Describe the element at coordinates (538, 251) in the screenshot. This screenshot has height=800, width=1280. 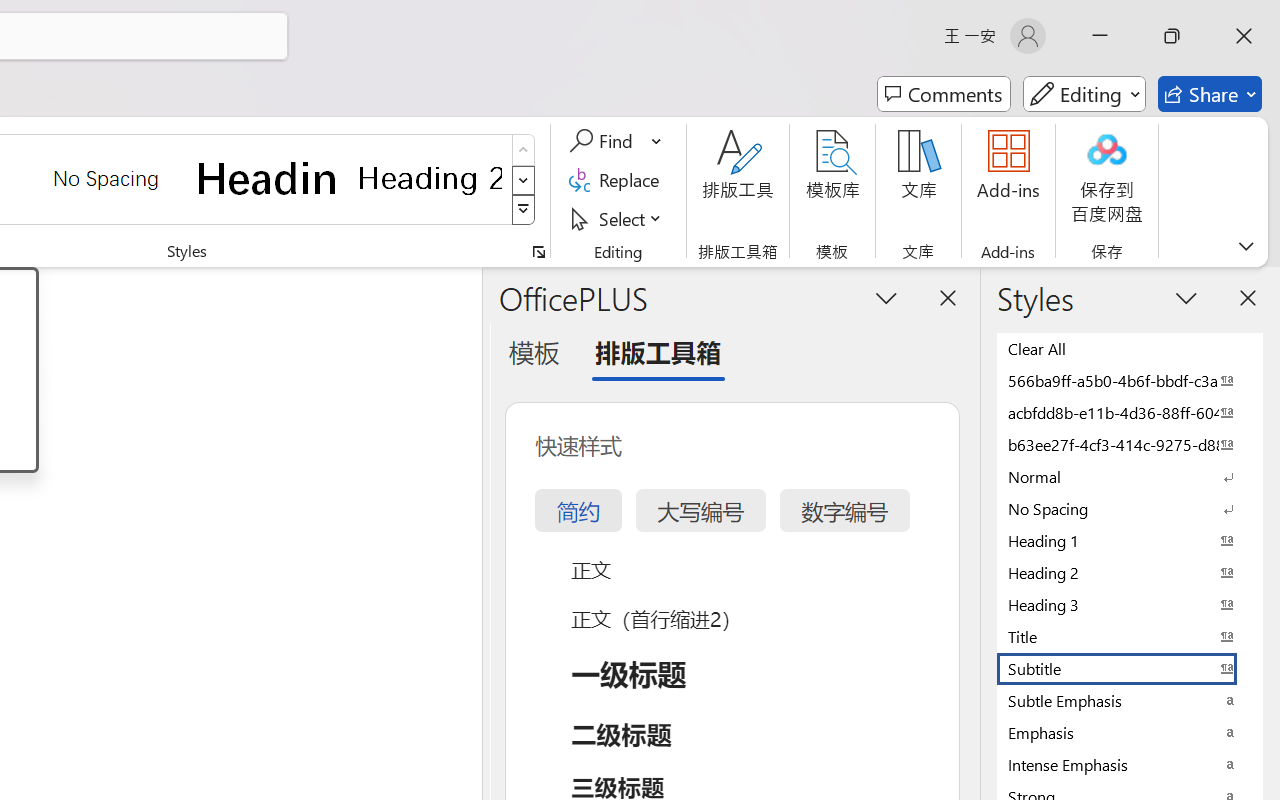
I see `'Styles...'` at that location.